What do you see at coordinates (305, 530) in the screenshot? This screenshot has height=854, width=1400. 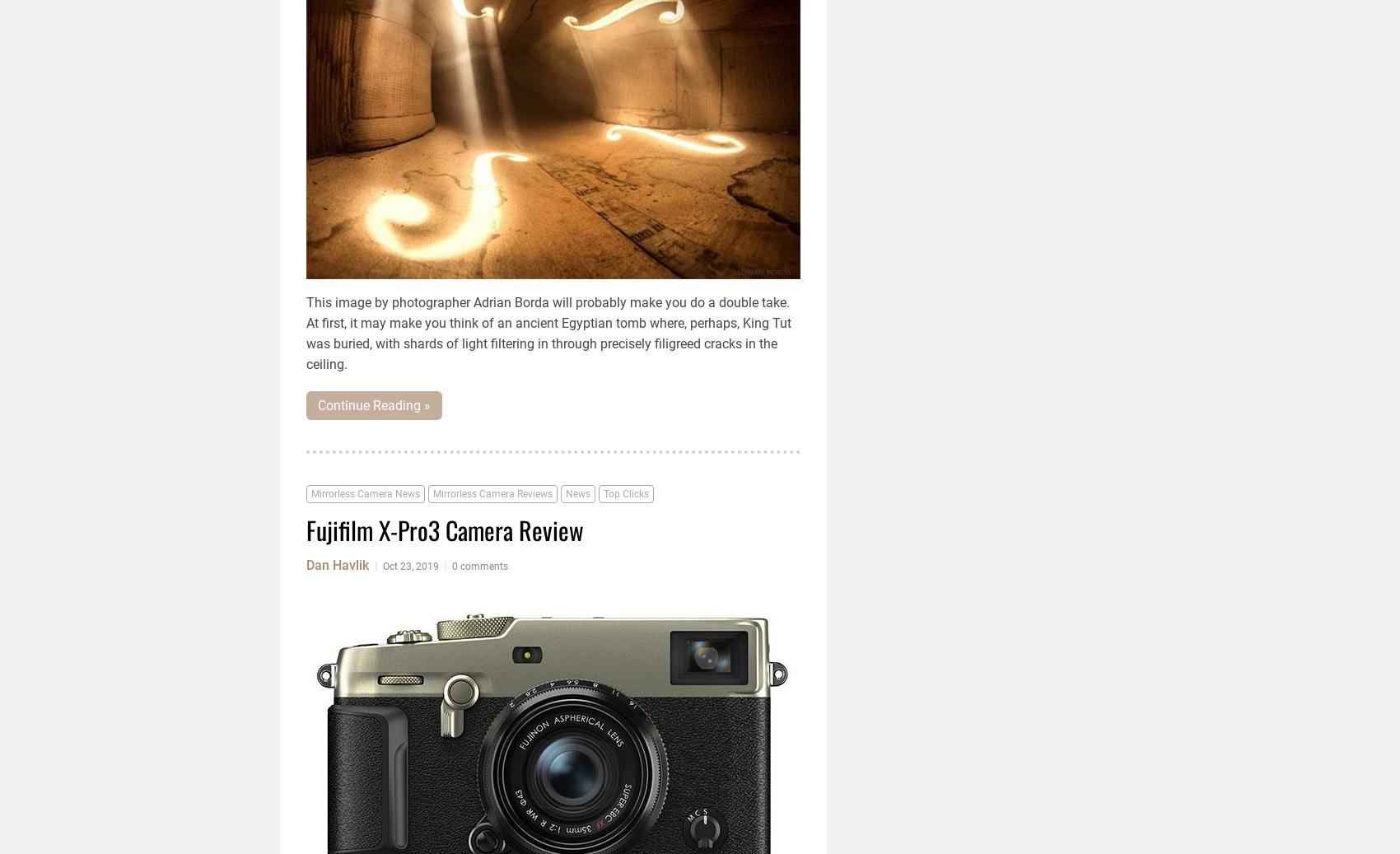 I see `'Fujifilm X-Pro3 Camera Review'` at bounding box center [305, 530].